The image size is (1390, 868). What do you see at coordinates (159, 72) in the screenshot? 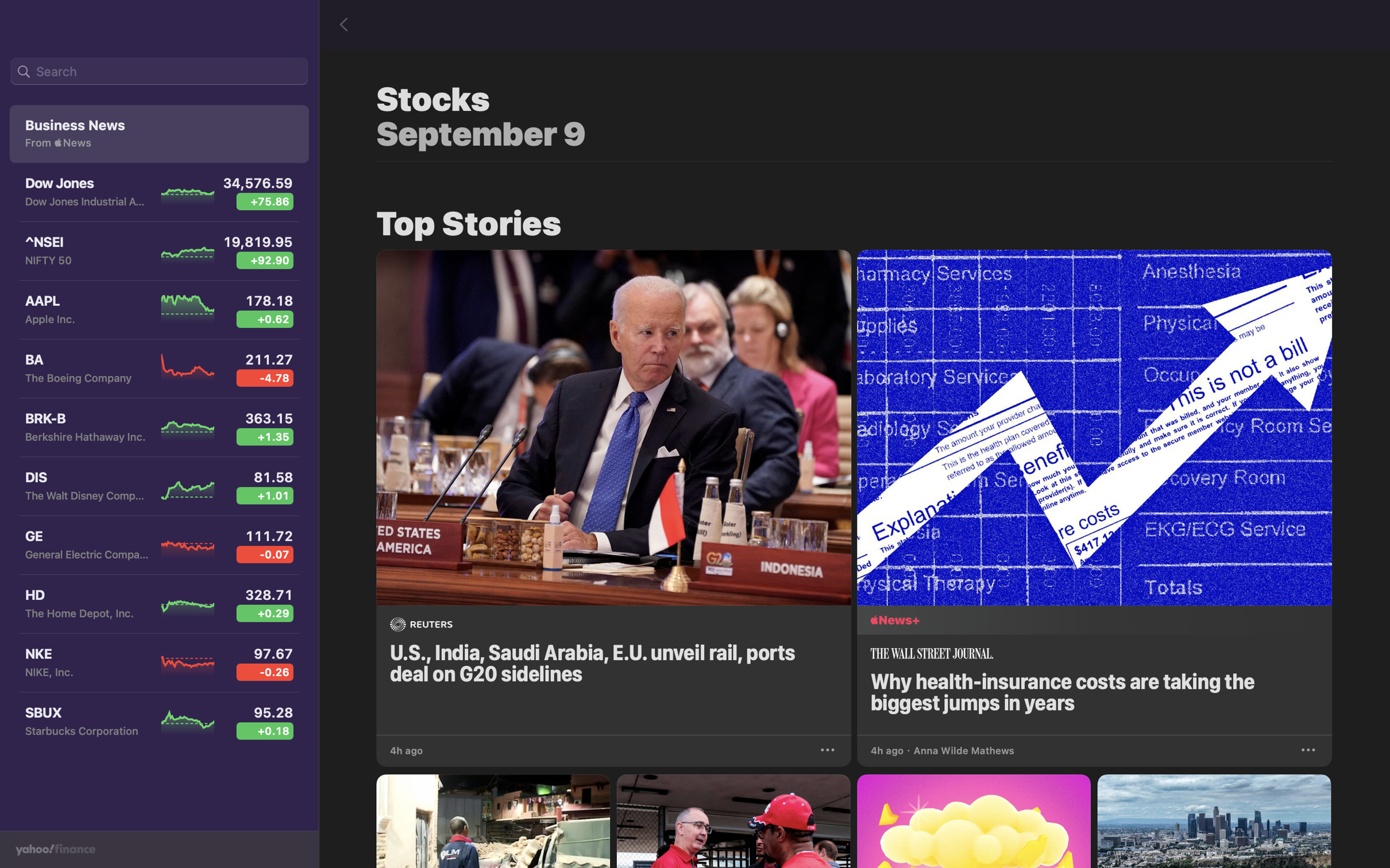
I see `In the top left"s search field, type in "Apple Inc" to check its stock index` at bounding box center [159, 72].